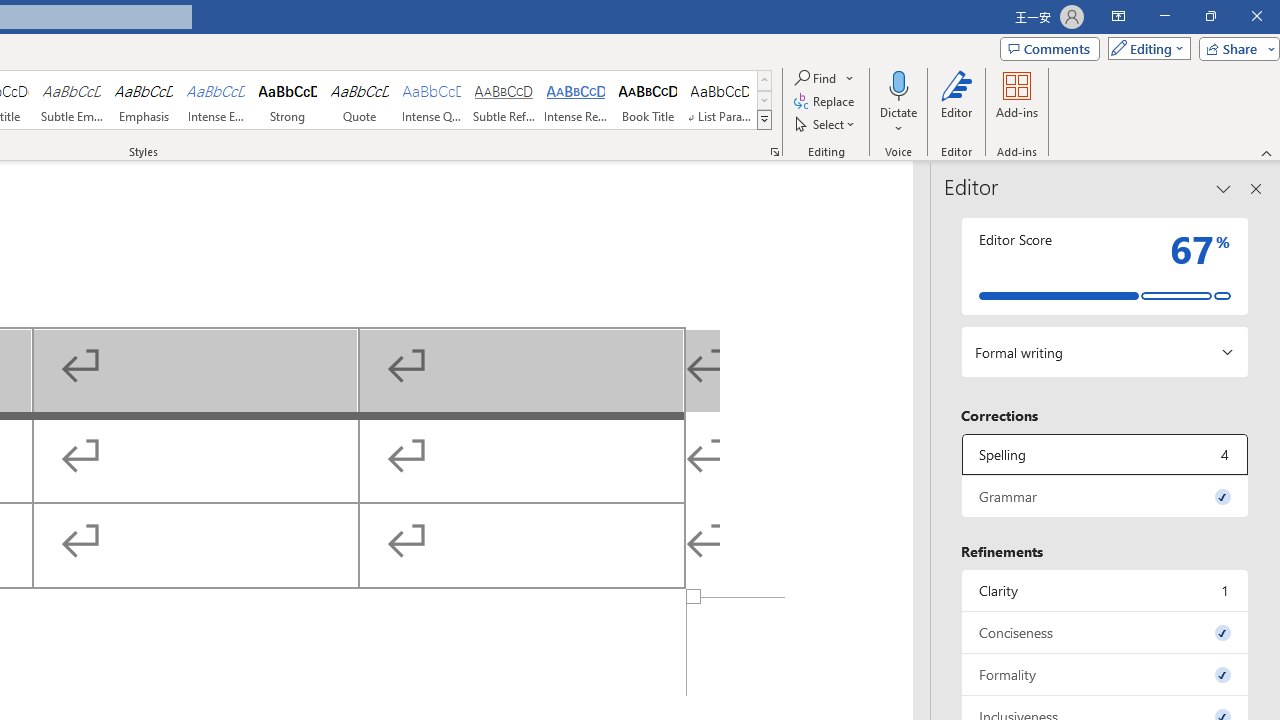 This screenshot has height=720, width=1280. What do you see at coordinates (647, 100) in the screenshot?
I see `'Book Title'` at bounding box center [647, 100].